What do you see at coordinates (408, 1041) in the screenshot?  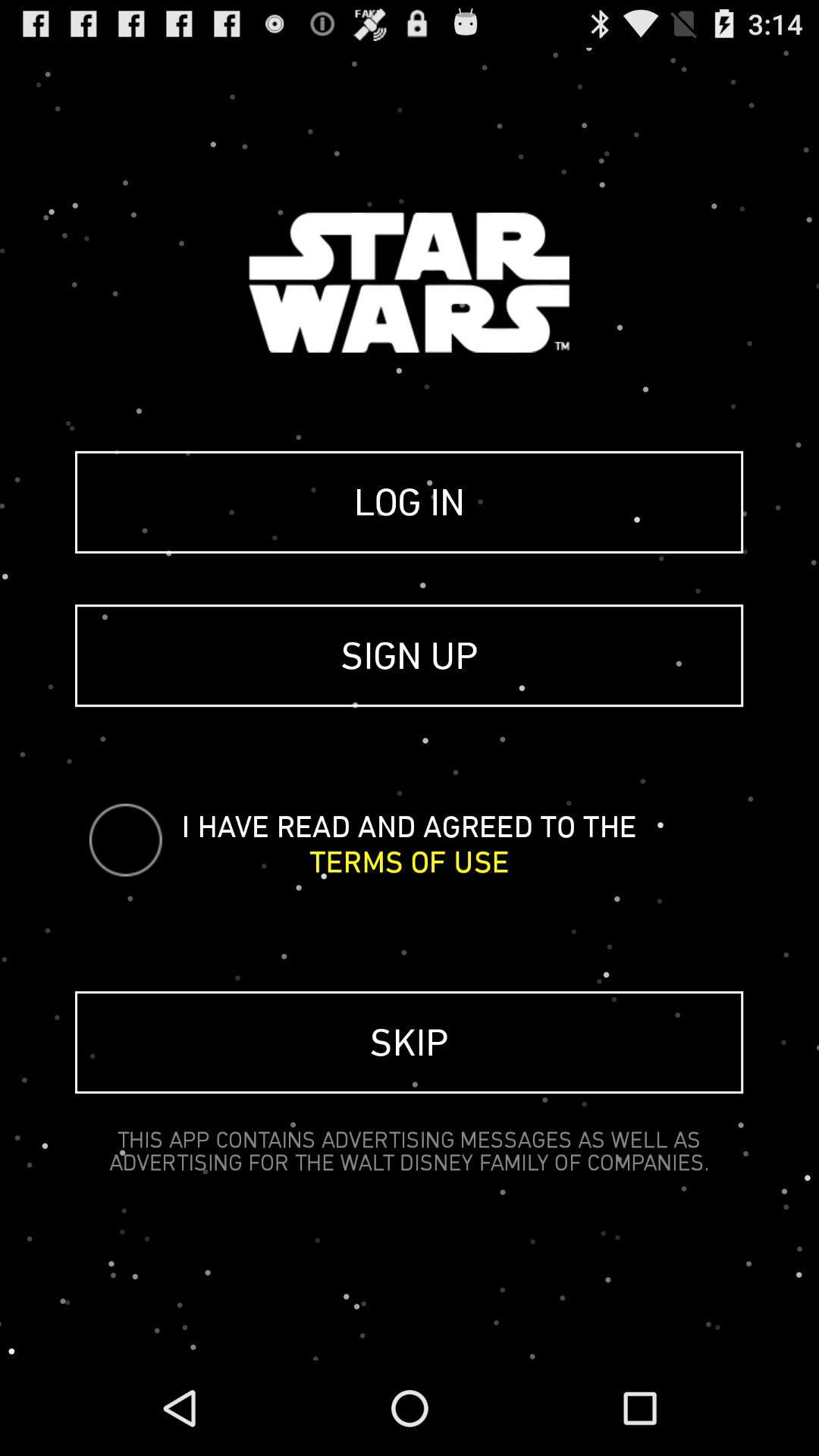 I see `the skip button` at bounding box center [408, 1041].